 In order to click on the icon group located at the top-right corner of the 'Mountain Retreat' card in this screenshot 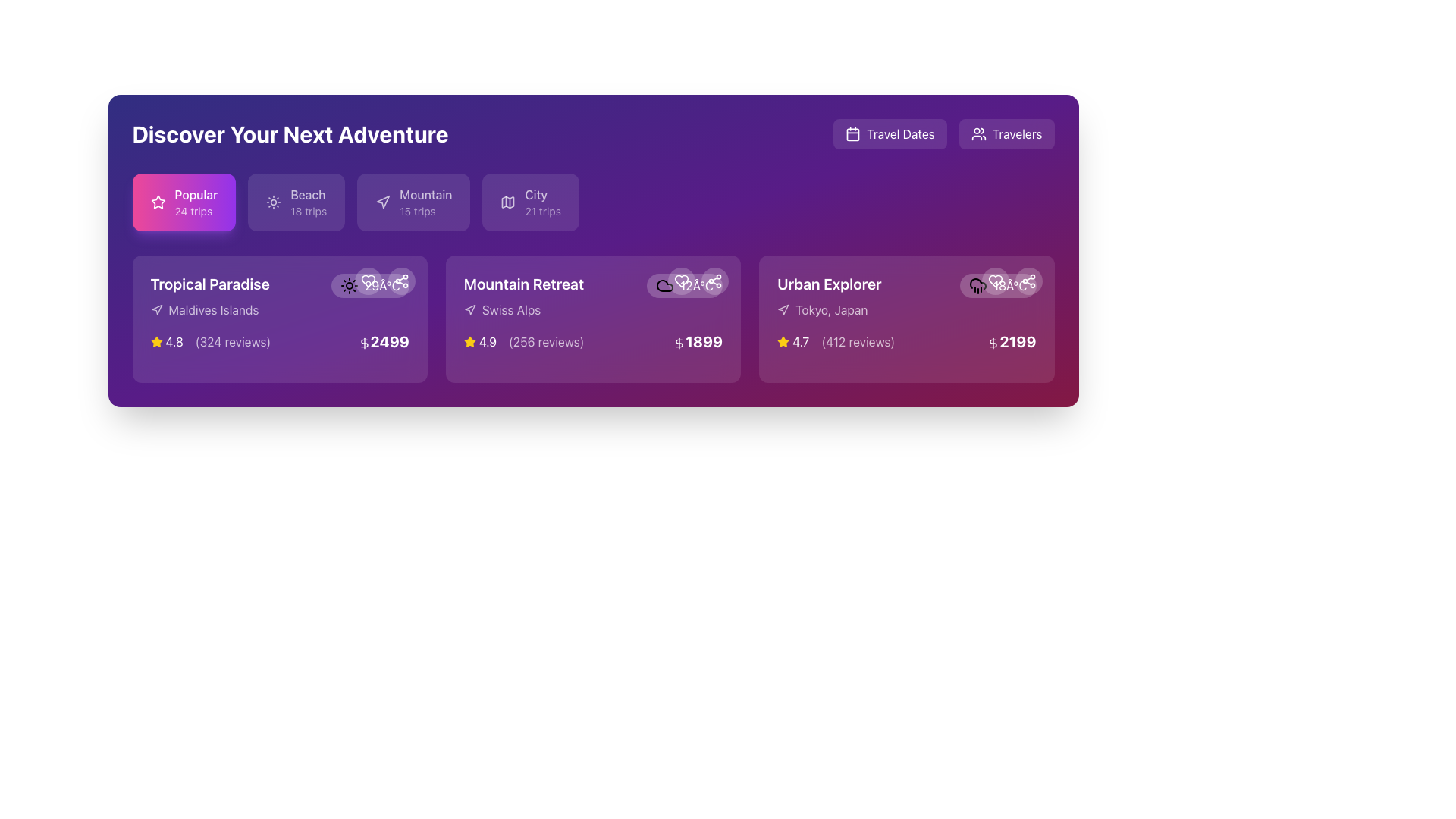, I will do `click(698, 281)`.